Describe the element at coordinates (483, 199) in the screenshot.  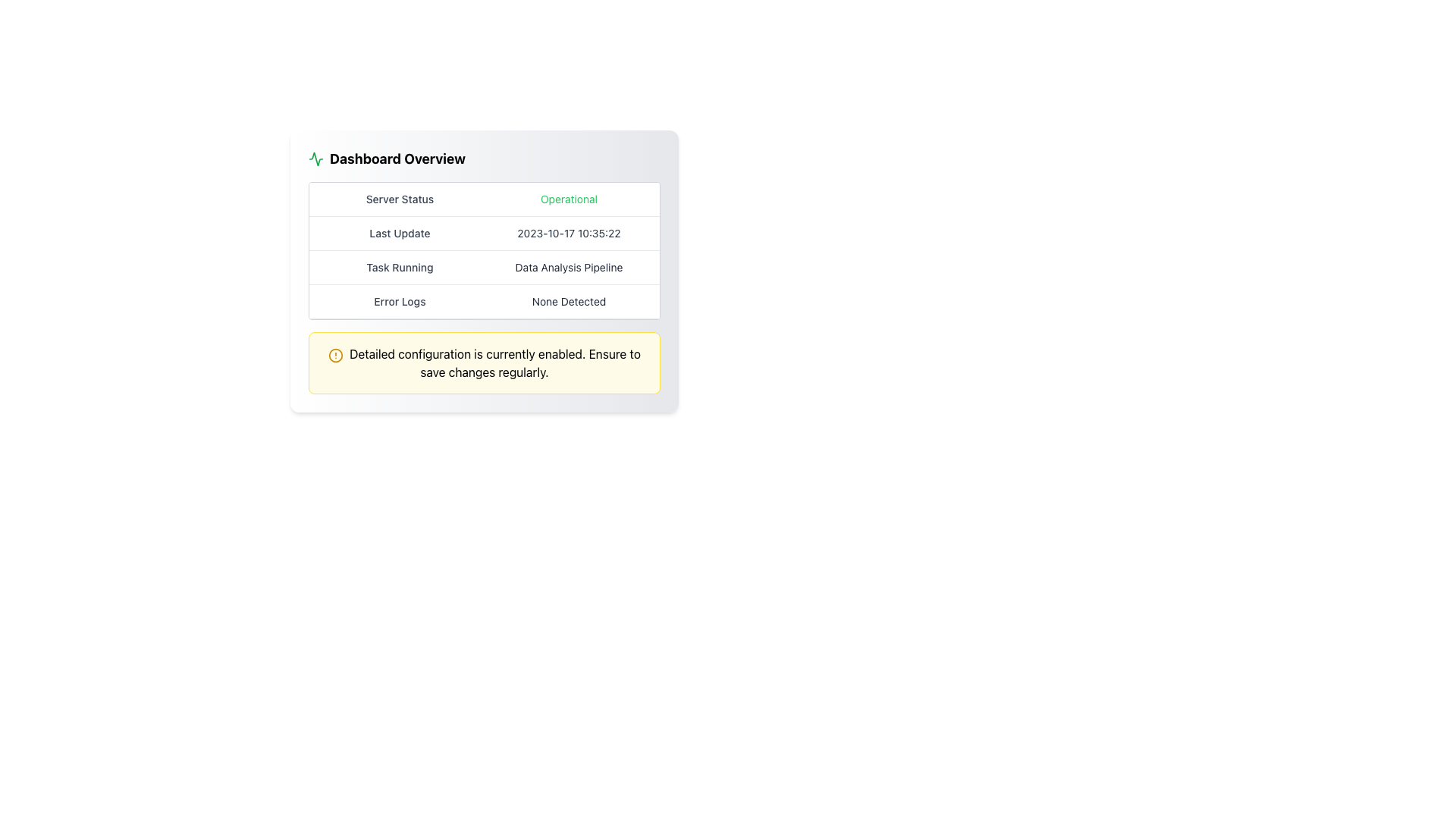
I see `the 'Server Status' Information Display Row, which shows the status message 'Operational' in green font, positioned at the top of the server information section` at that location.